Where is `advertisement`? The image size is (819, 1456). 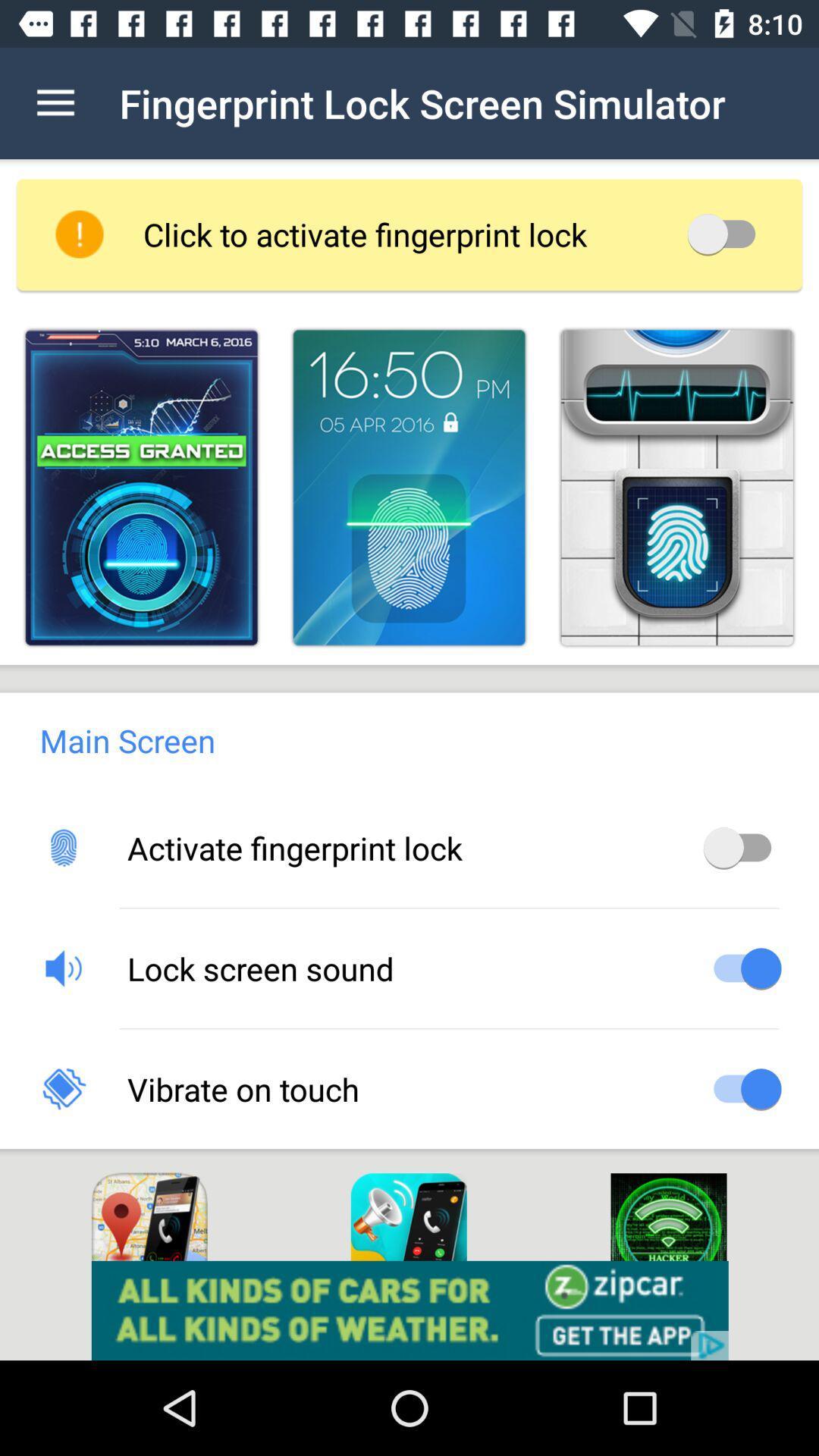
advertisement is located at coordinates (409, 1310).